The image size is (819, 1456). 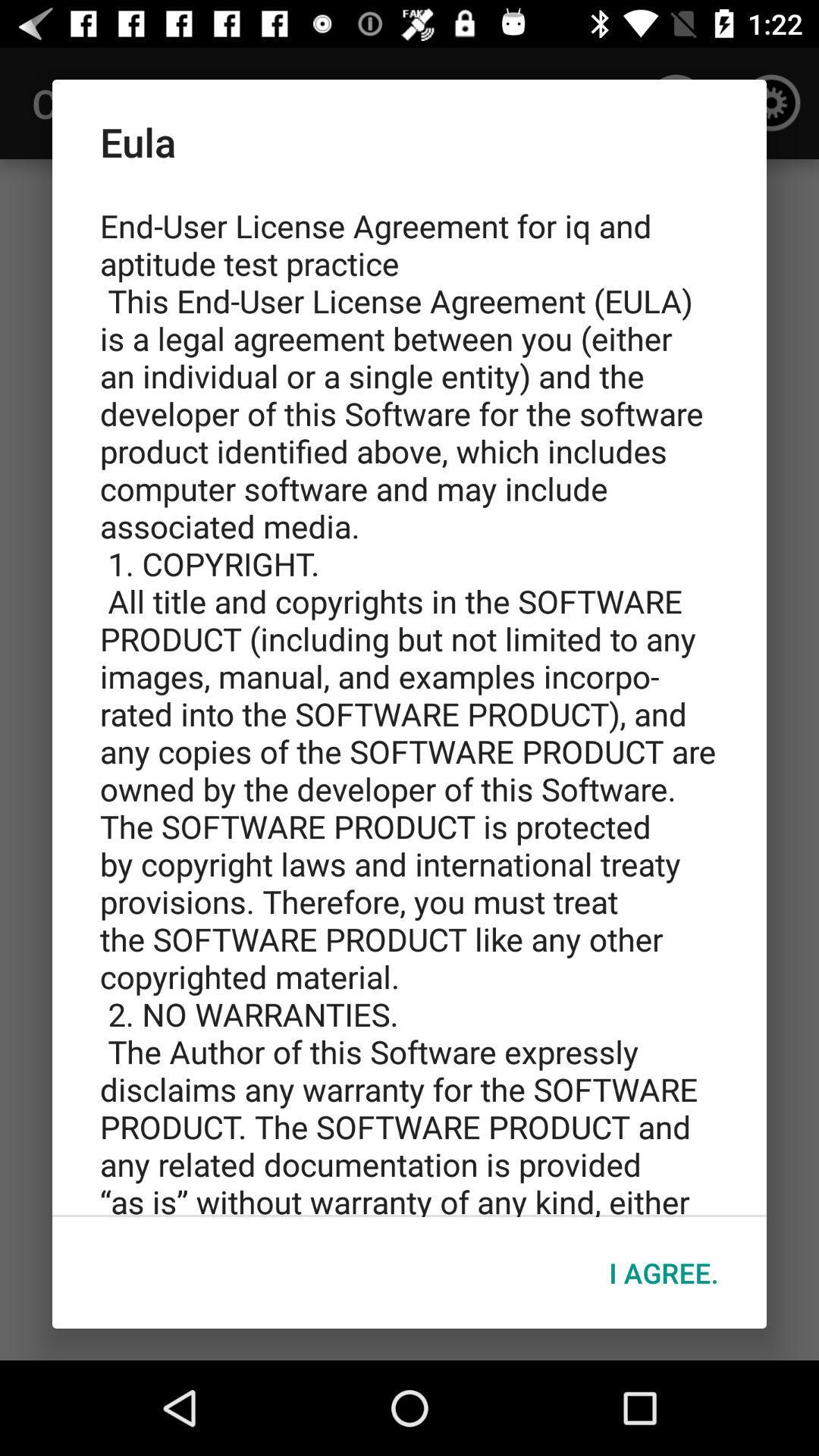 I want to click on item at the bottom right corner, so click(x=663, y=1272).